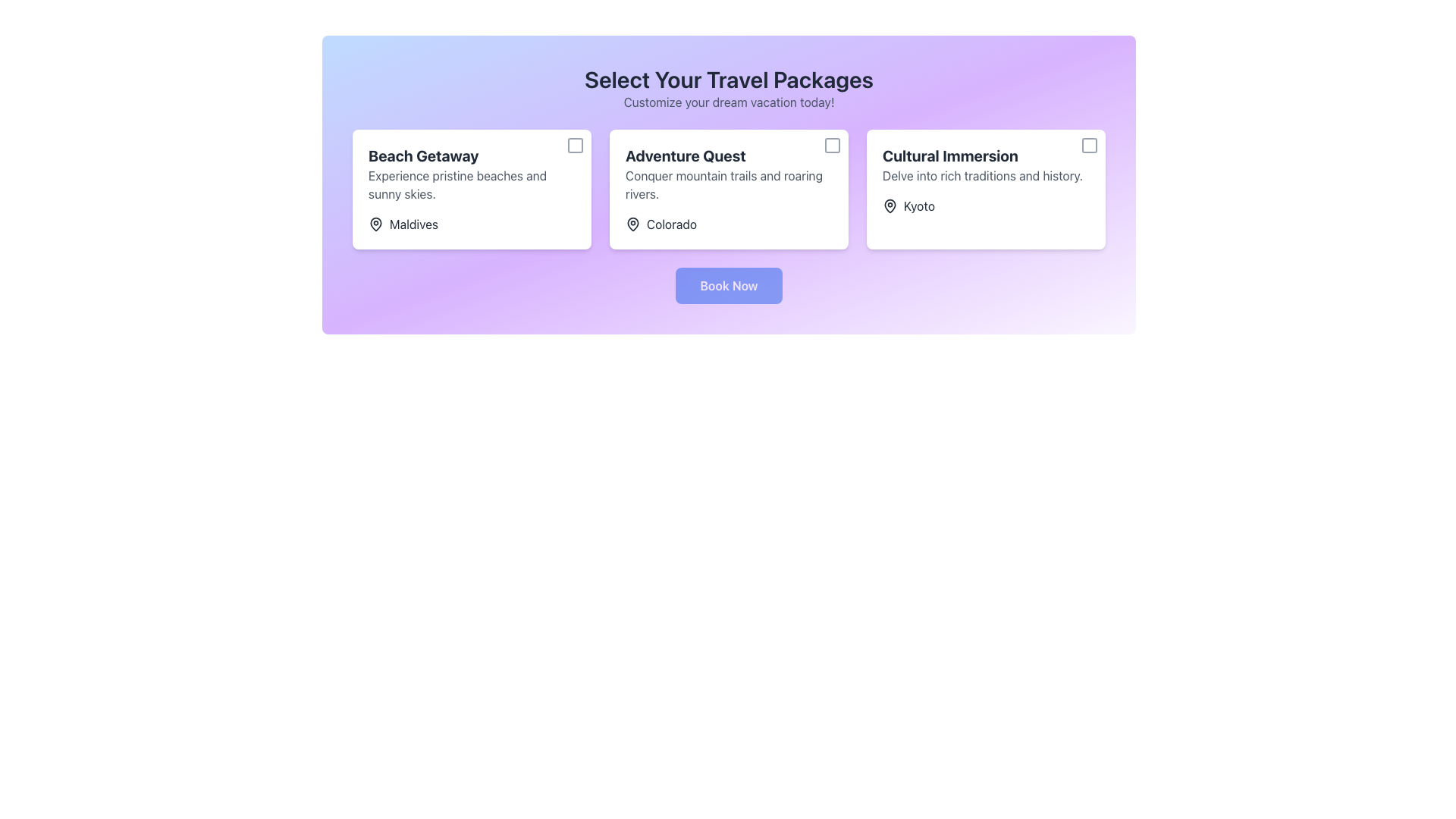 The image size is (1456, 819). Describe the element at coordinates (729, 189) in the screenshot. I see `the 'Adventure Quest' travel package card, which is the second card in a row of three cards providing selection options for travel packages` at that location.